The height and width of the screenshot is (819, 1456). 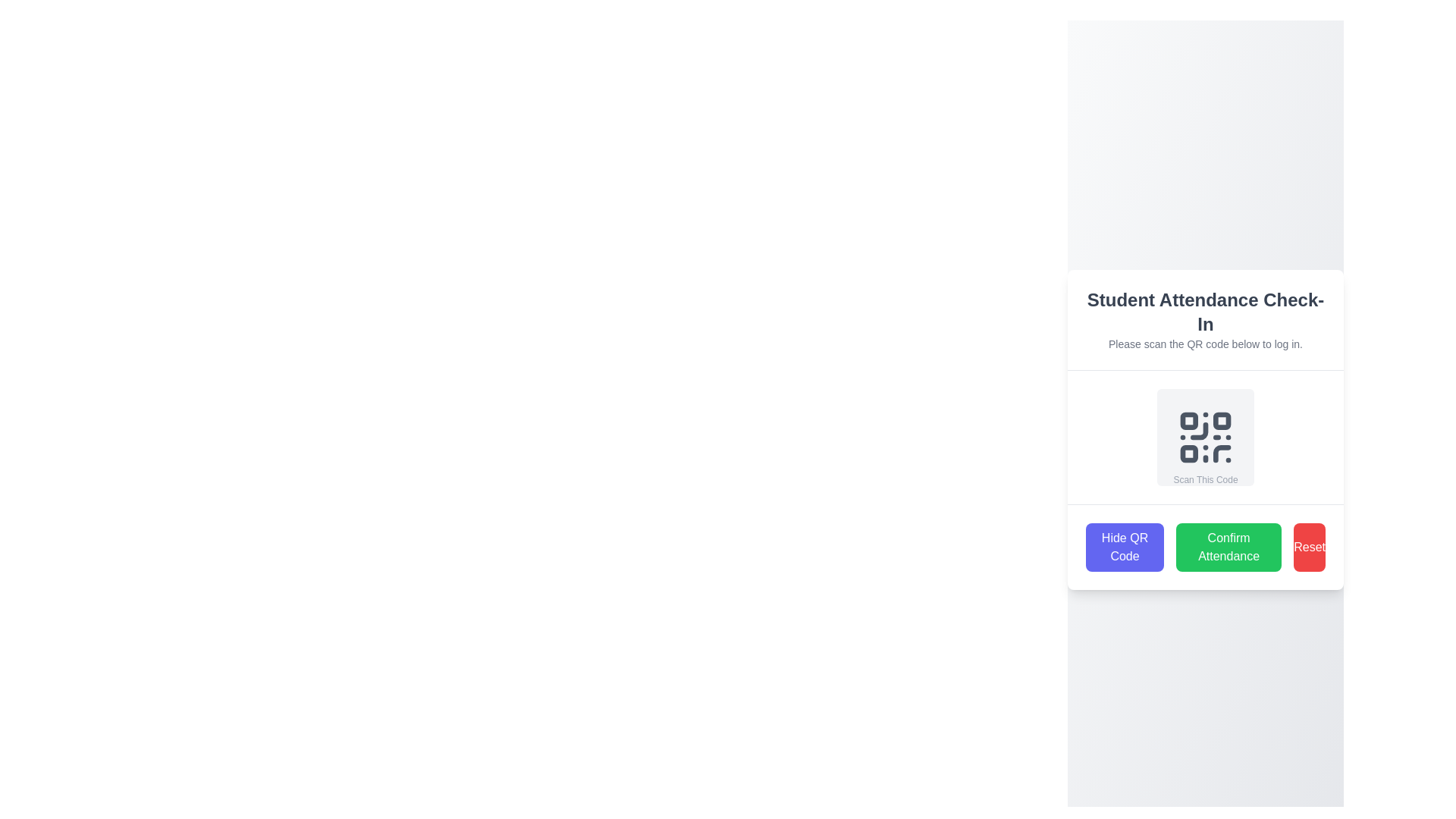 I want to click on the green button labeled 'Confirm Attendance' to confirm attendance, so click(x=1204, y=547).